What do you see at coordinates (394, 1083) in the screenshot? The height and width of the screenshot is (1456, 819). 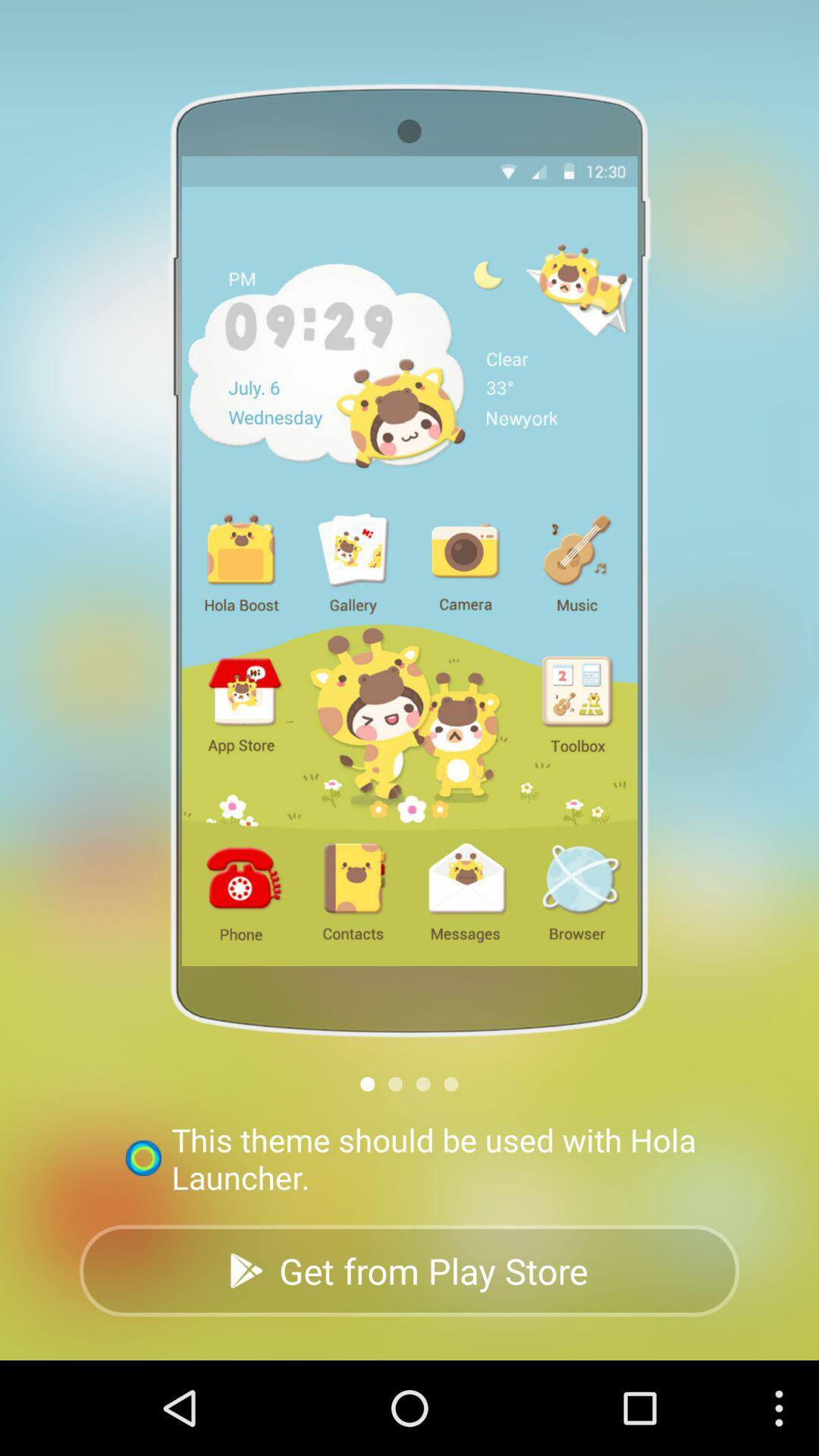 I see `the icon above the this theme should` at bounding box center [394, 1083].